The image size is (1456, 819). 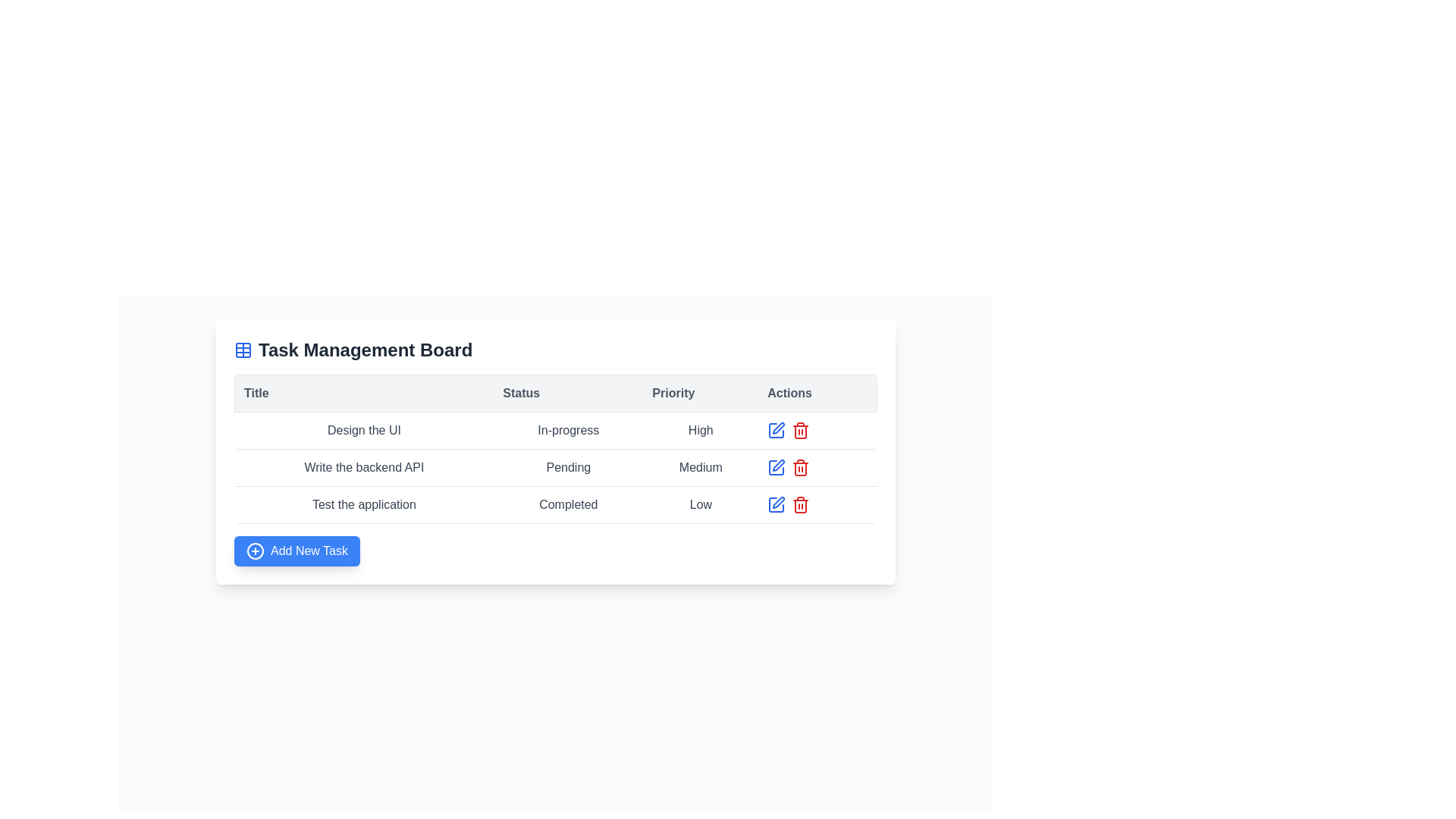 What do you see at coordinates (776, 430) in the screenshot?
I see `the blue pen icon in the 'Actions' column of the second row` at bounding box center [776, 430].